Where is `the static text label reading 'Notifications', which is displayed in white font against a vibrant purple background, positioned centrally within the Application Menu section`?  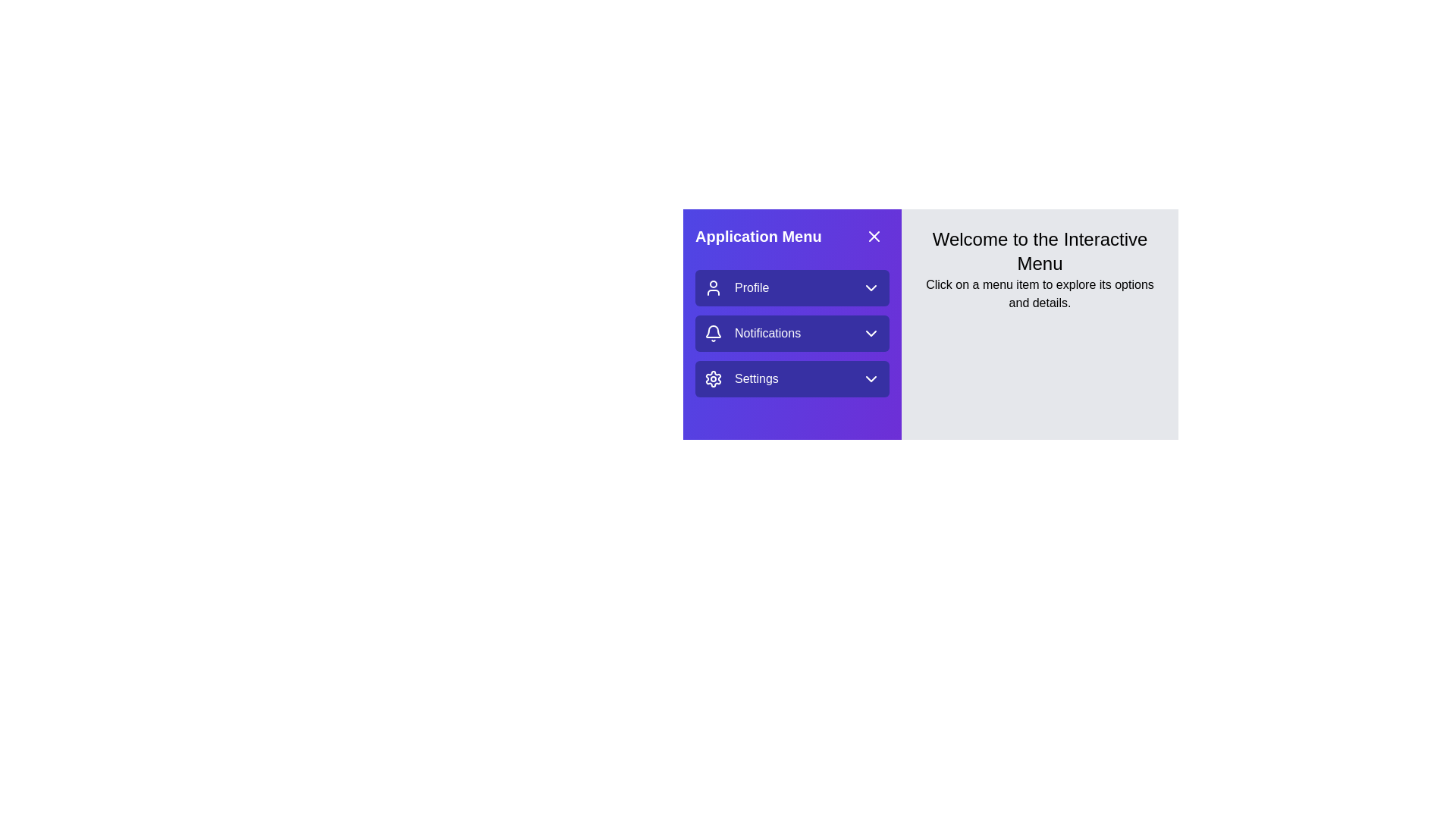
the static text label reading 'Notifications', which is displayed in white font against a vibrant purple background, positioned centrally within the Application Menu section is located at coordinates (767, 332).